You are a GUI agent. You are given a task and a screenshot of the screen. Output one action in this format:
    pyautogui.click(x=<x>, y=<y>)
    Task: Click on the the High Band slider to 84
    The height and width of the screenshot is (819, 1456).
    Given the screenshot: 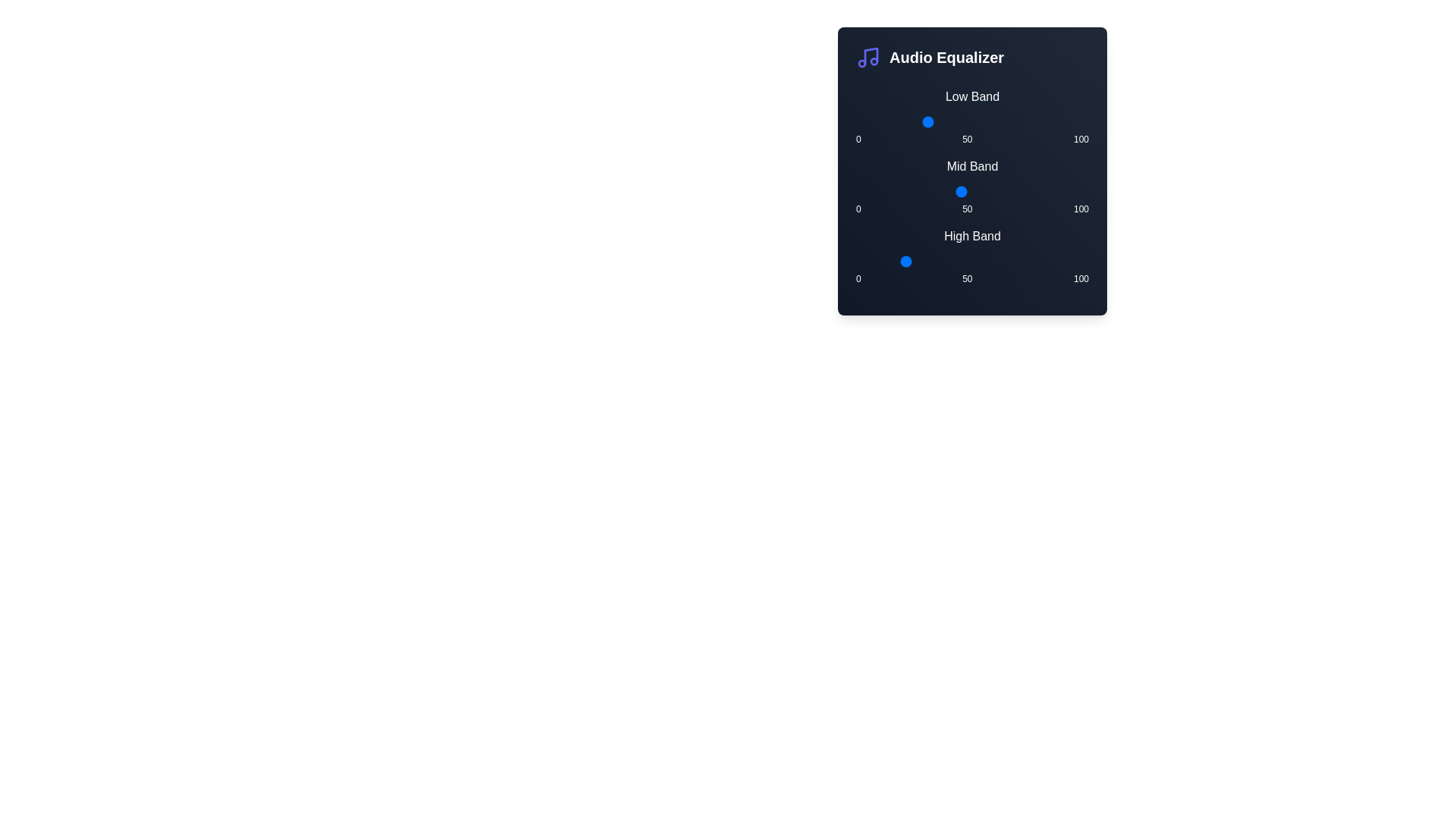 What is the action you would take?
    pyautogui.click(x=1050, y=260)
    